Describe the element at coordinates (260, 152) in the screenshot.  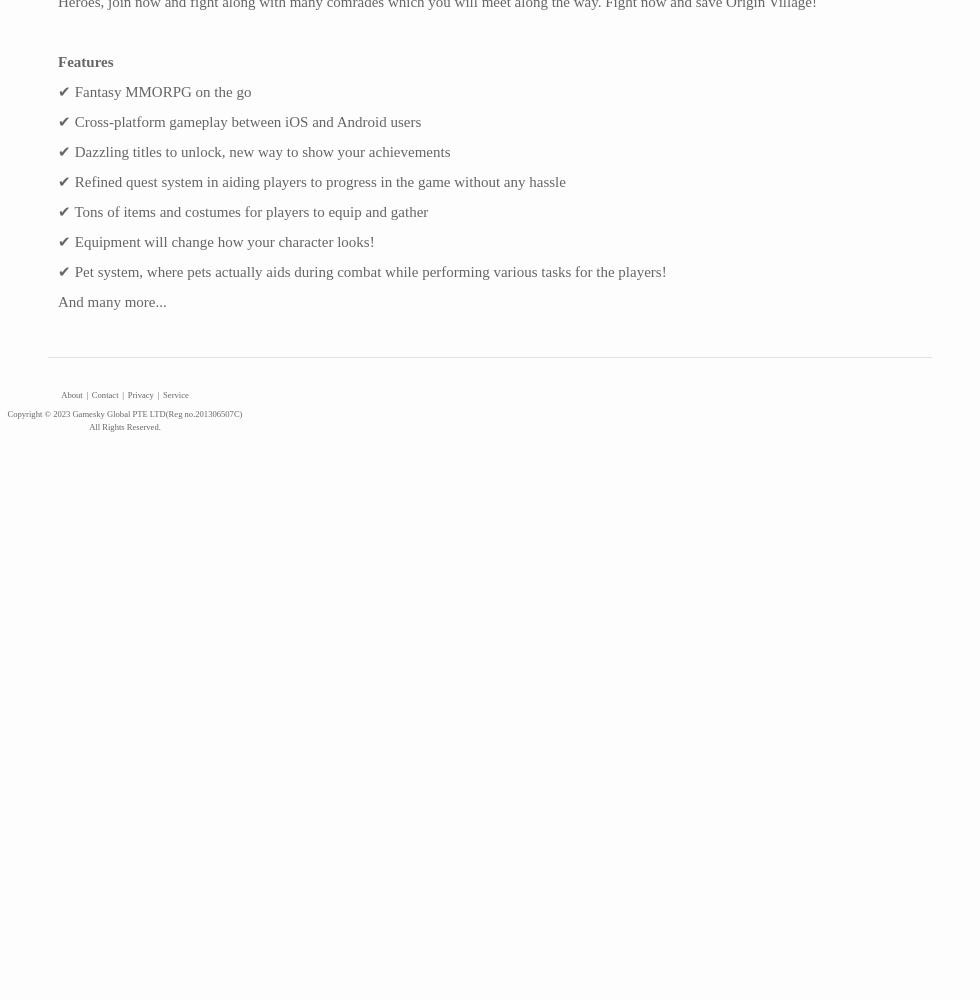
I see `'Dazzling titles to unlock, new way to show your achievements'` at that location.